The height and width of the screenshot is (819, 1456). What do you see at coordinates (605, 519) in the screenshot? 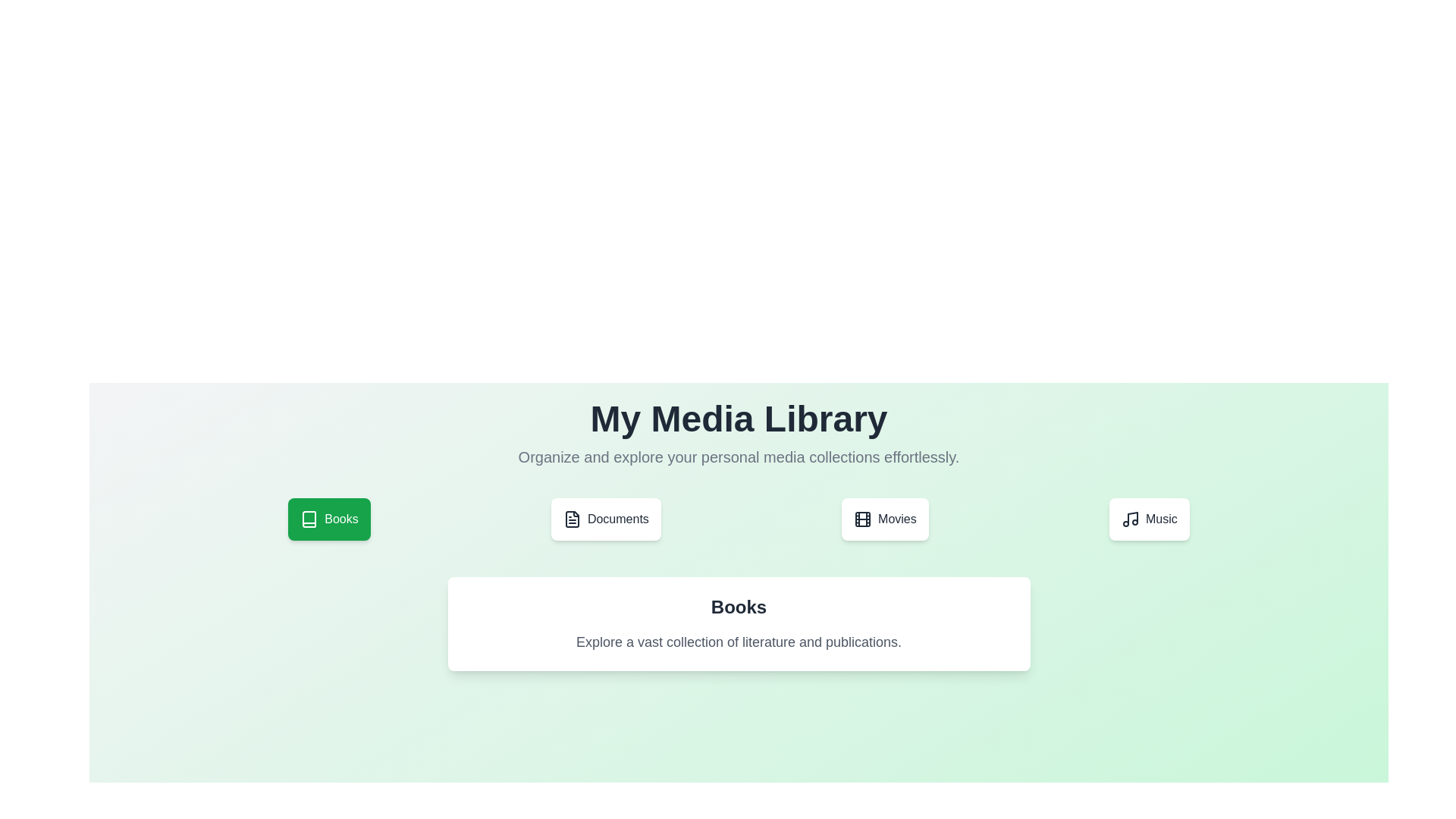
I see `the tab labeled Documents to switch its active state` at bounding box center [605, 519].